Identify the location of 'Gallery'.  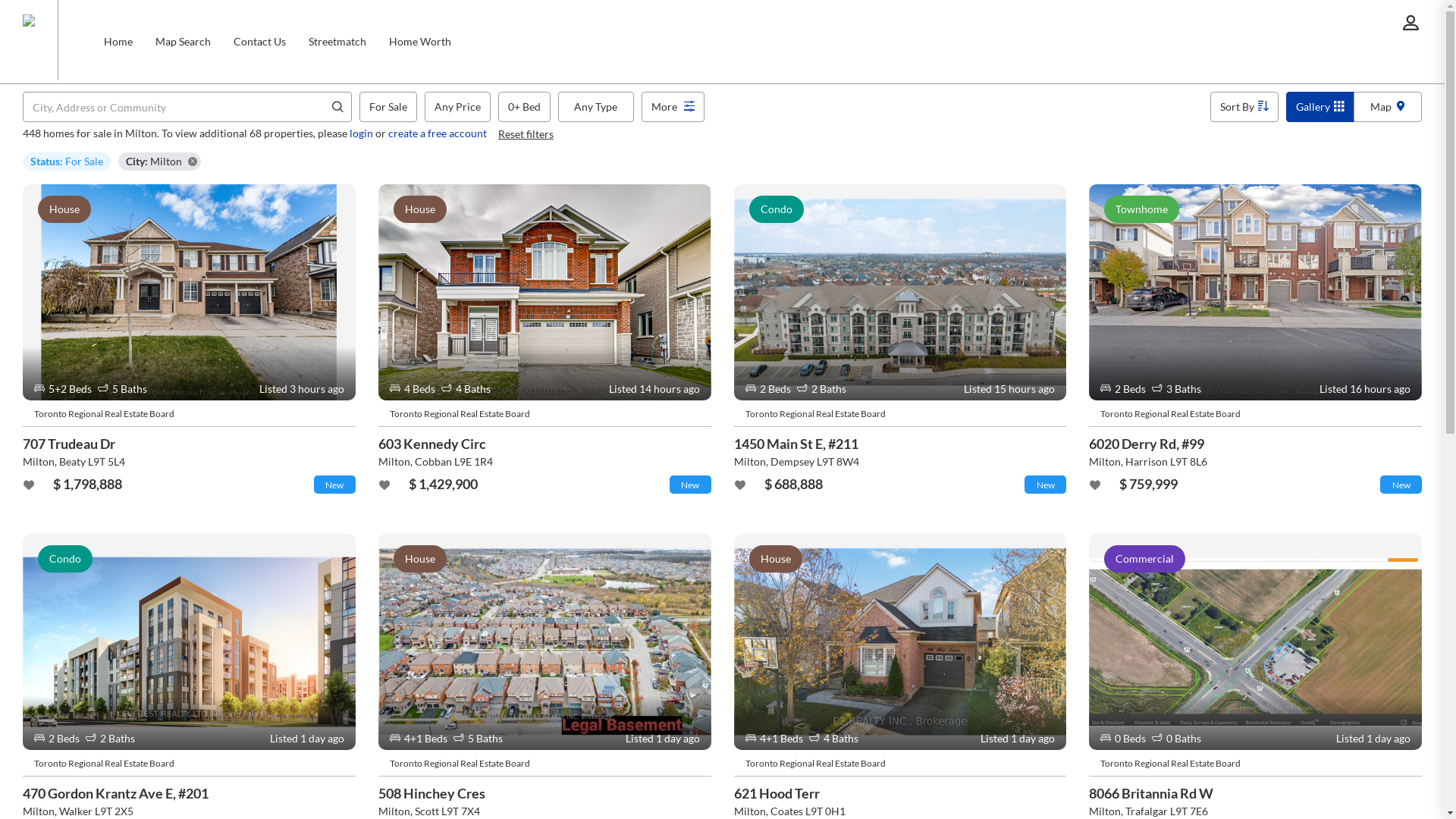
(1319, 106).